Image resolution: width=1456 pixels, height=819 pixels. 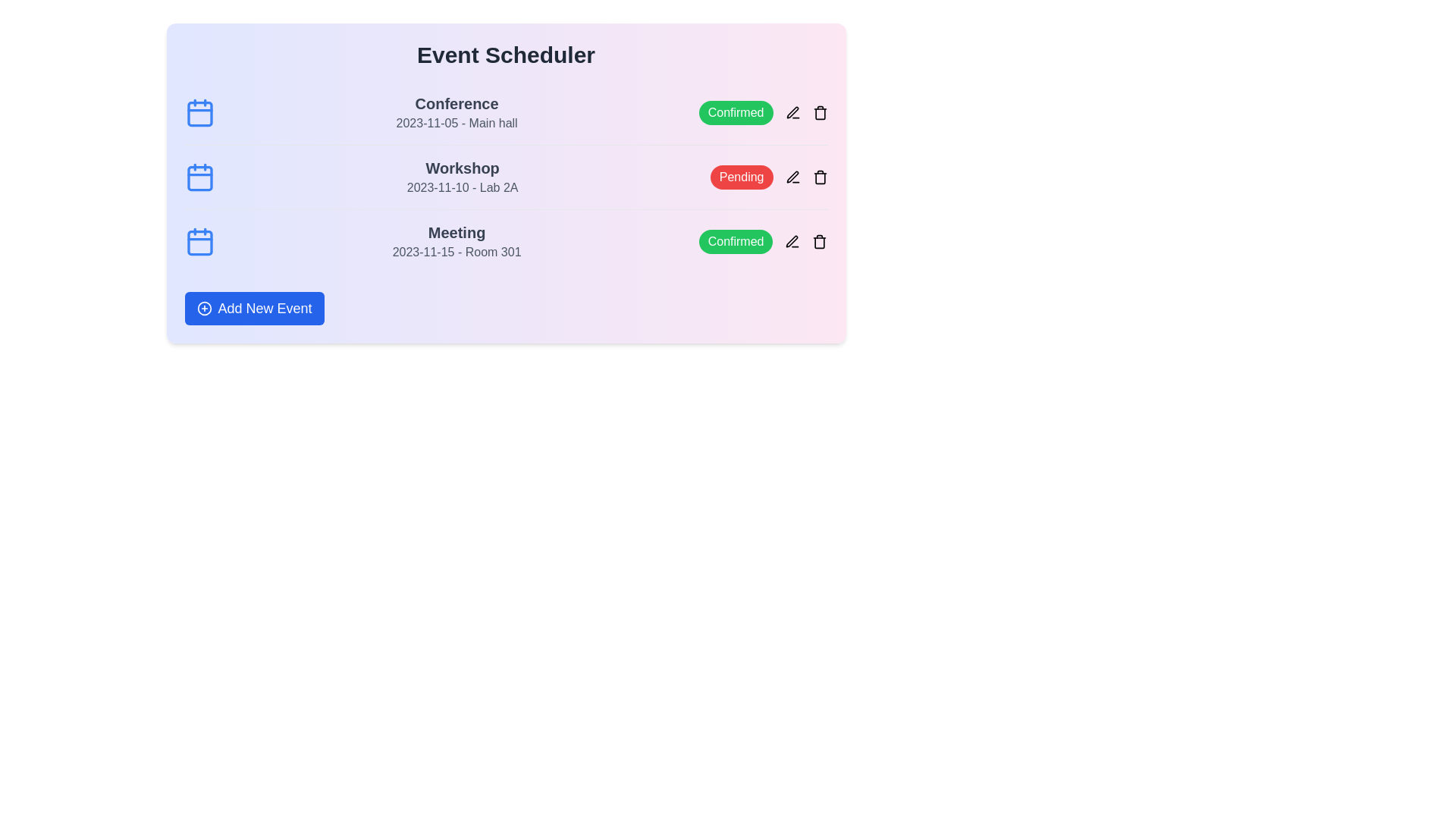 What do you see at coordinates (506, 177) in the screenshot?
I see `on the second event entry in the Event Scheduler list` at bounding box center [506, 177].